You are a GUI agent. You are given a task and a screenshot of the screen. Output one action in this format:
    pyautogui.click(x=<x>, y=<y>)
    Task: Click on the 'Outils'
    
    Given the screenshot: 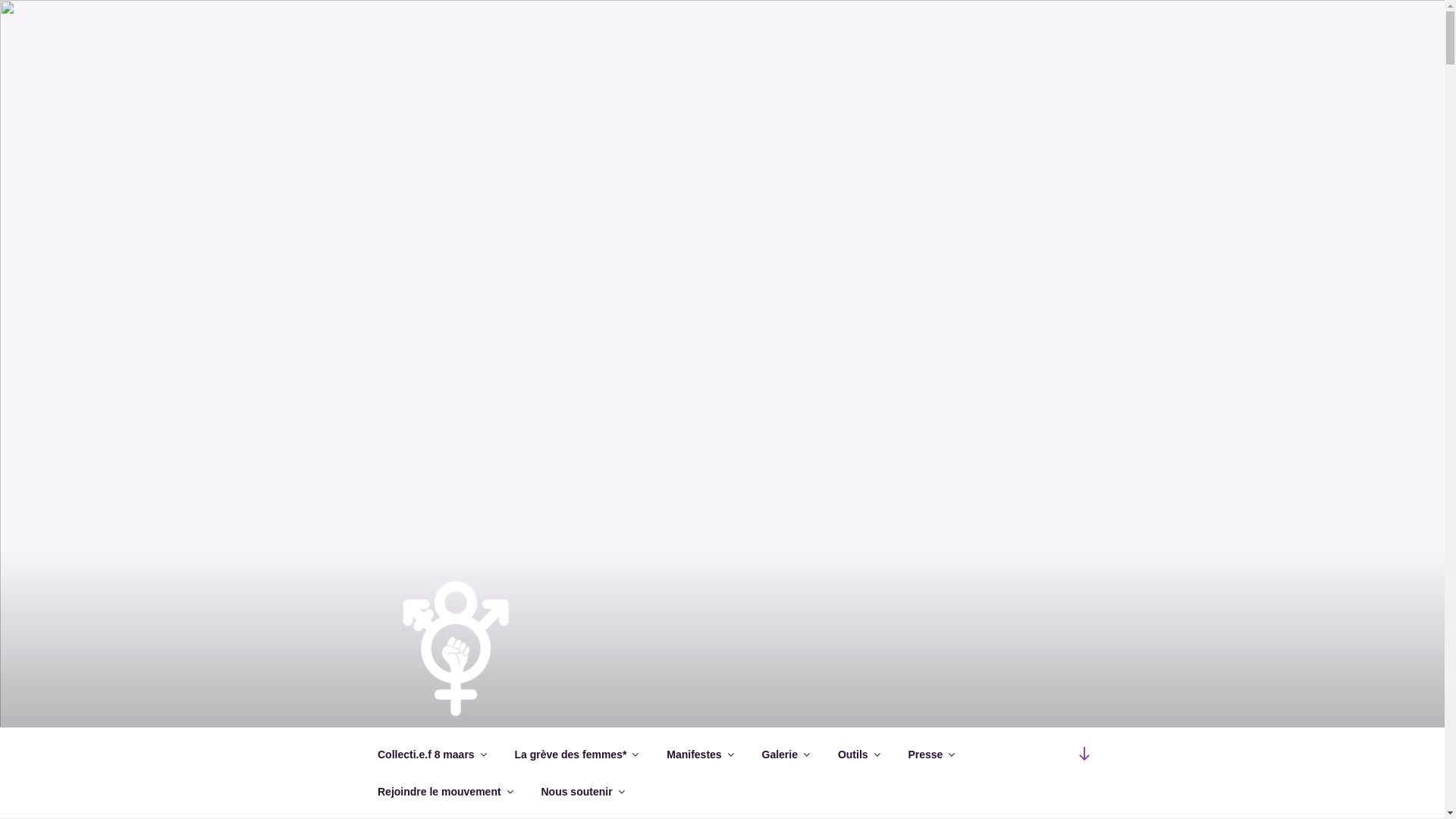 What is the action you would take?
    pyautogui.click(x=858, y=754)
    